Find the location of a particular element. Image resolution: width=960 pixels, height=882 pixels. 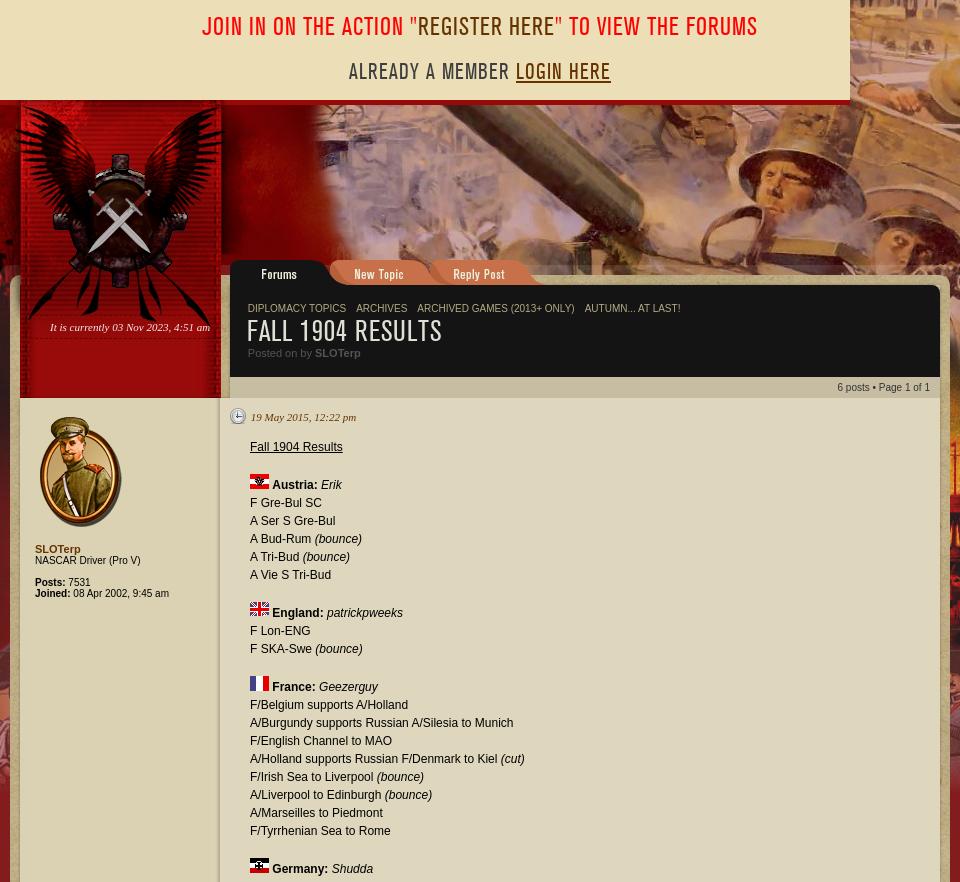

'A Tri-Bud' is located at coordinates (248, 555).